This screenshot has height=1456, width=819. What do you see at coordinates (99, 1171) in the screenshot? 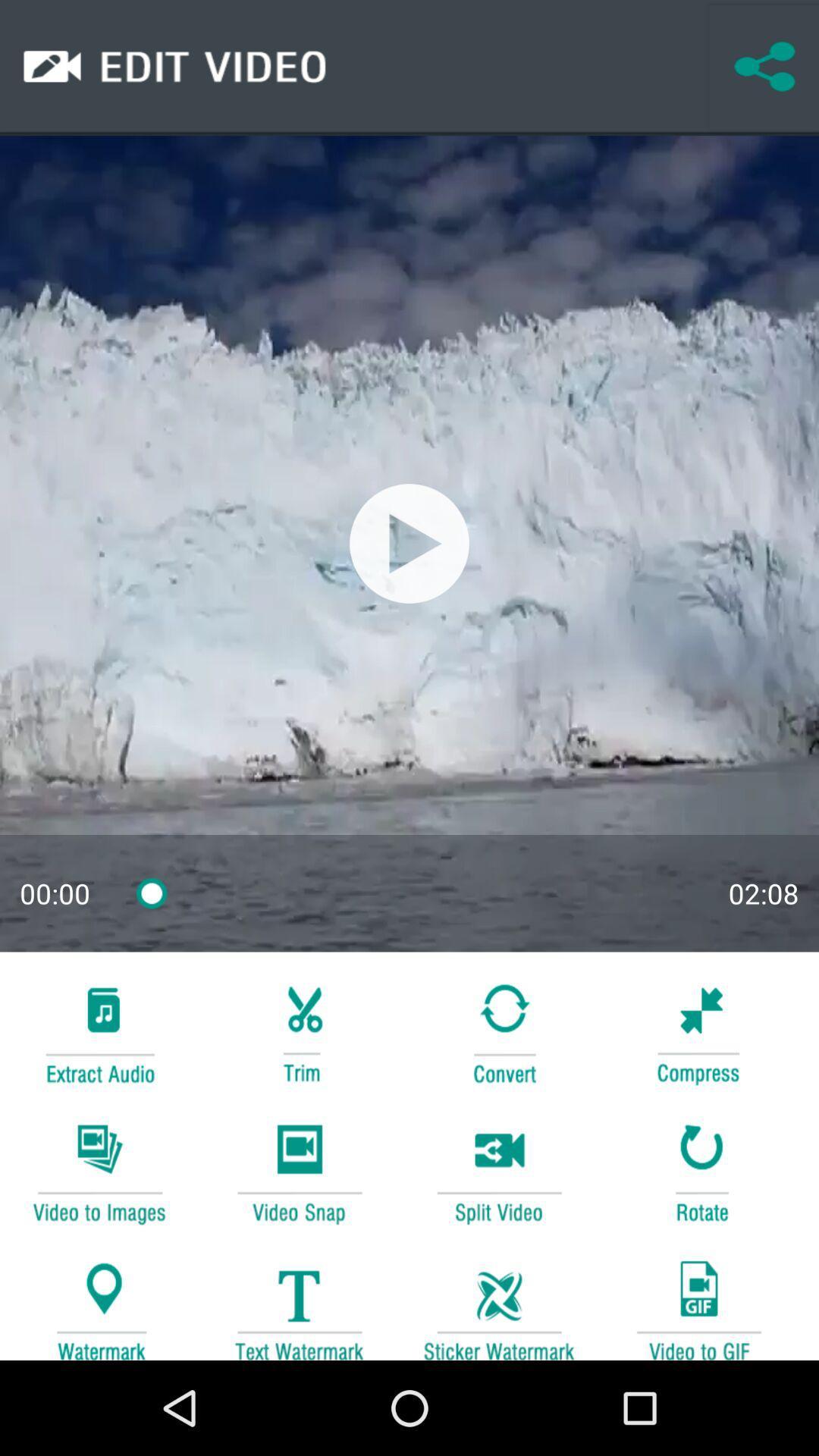
I see `video to images` at bounding box center [99, 1171].